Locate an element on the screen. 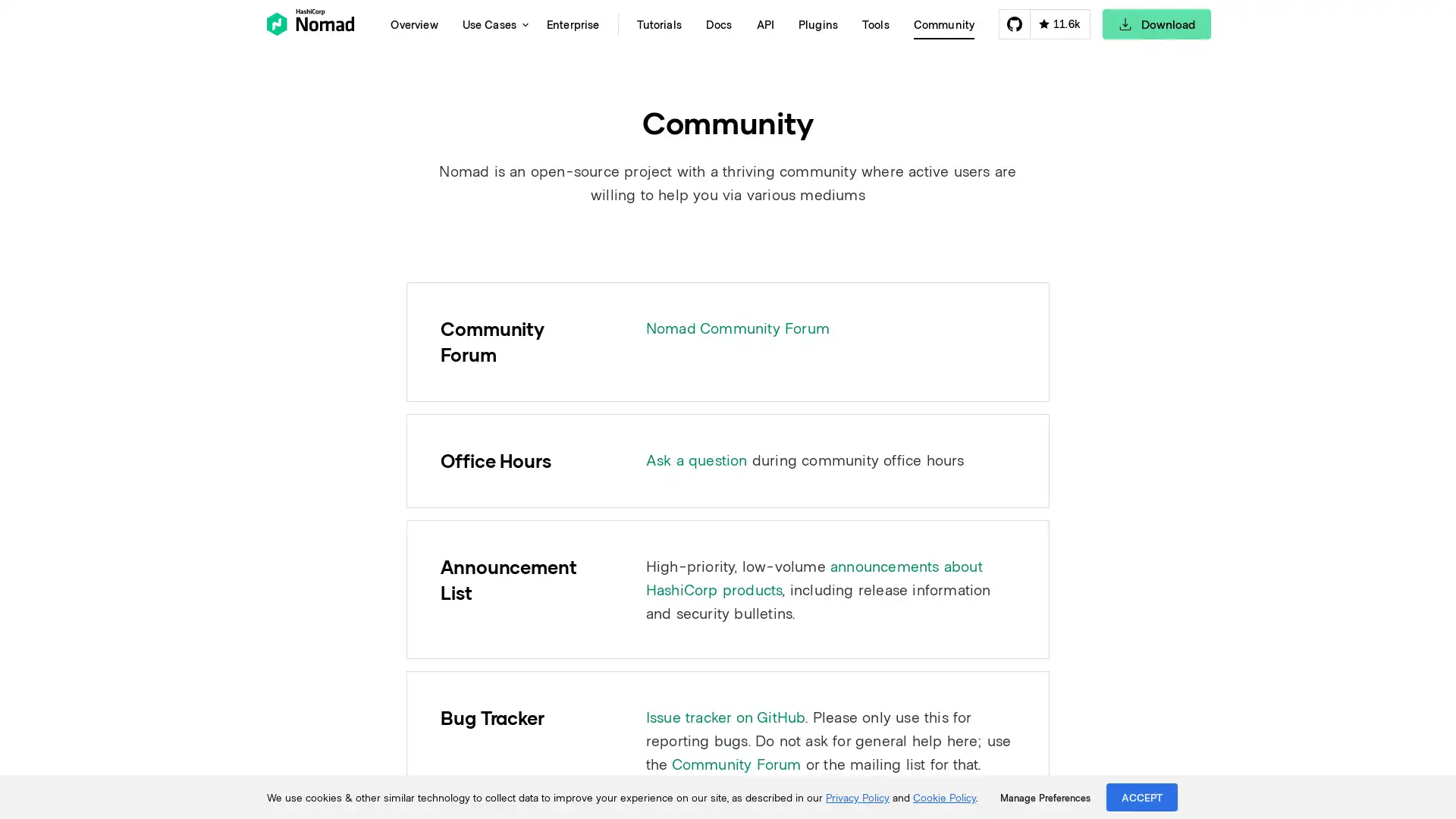 The height and width of the screenshot is (819, 1456). Use Cases is located at coordinates (491, 24).